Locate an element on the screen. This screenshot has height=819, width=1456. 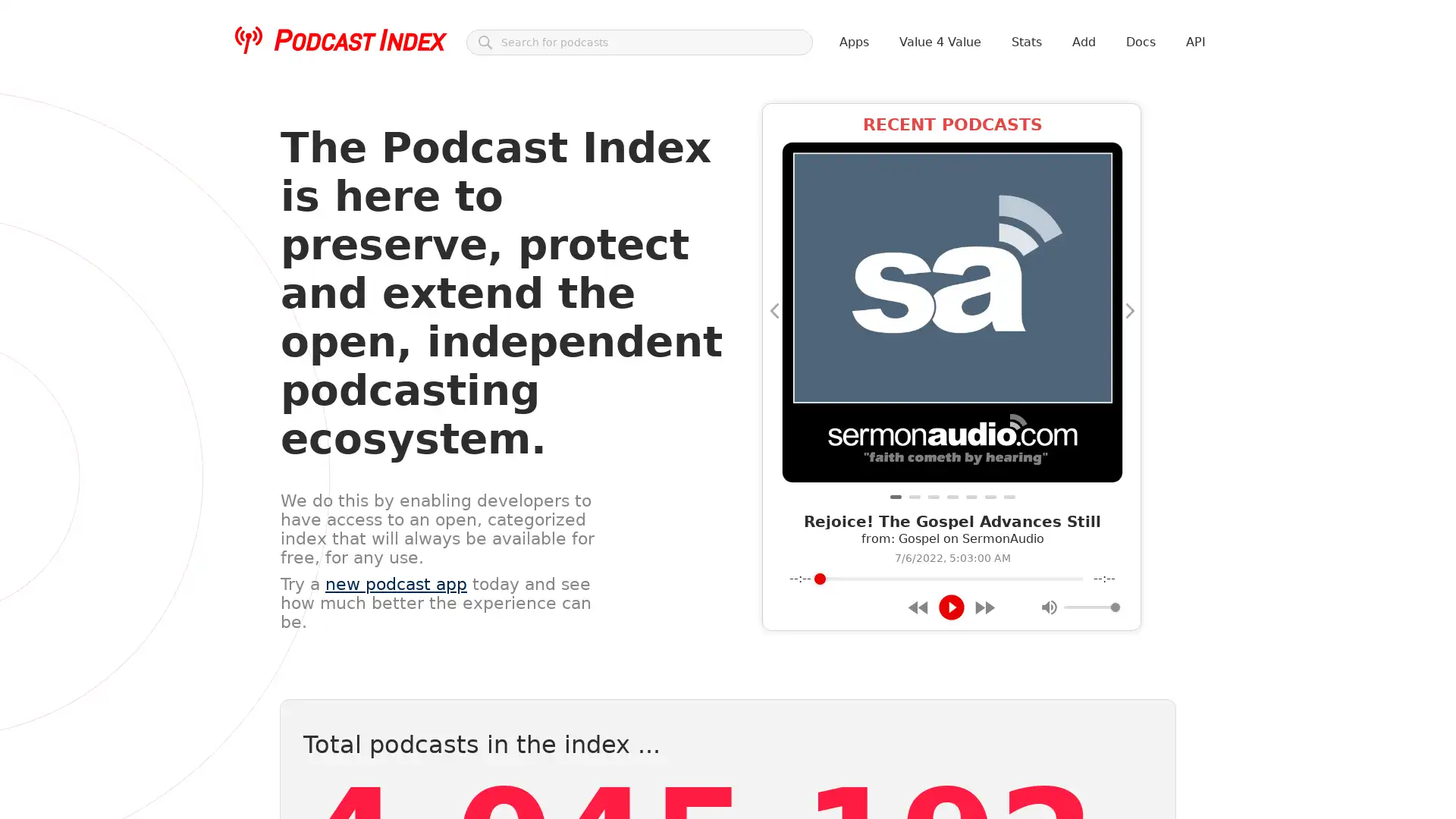
#123 Wirtschafts- und Borsenausblick: Was kommt nach dem "perfekten Sturm"? is located at coordinates (932, 497).